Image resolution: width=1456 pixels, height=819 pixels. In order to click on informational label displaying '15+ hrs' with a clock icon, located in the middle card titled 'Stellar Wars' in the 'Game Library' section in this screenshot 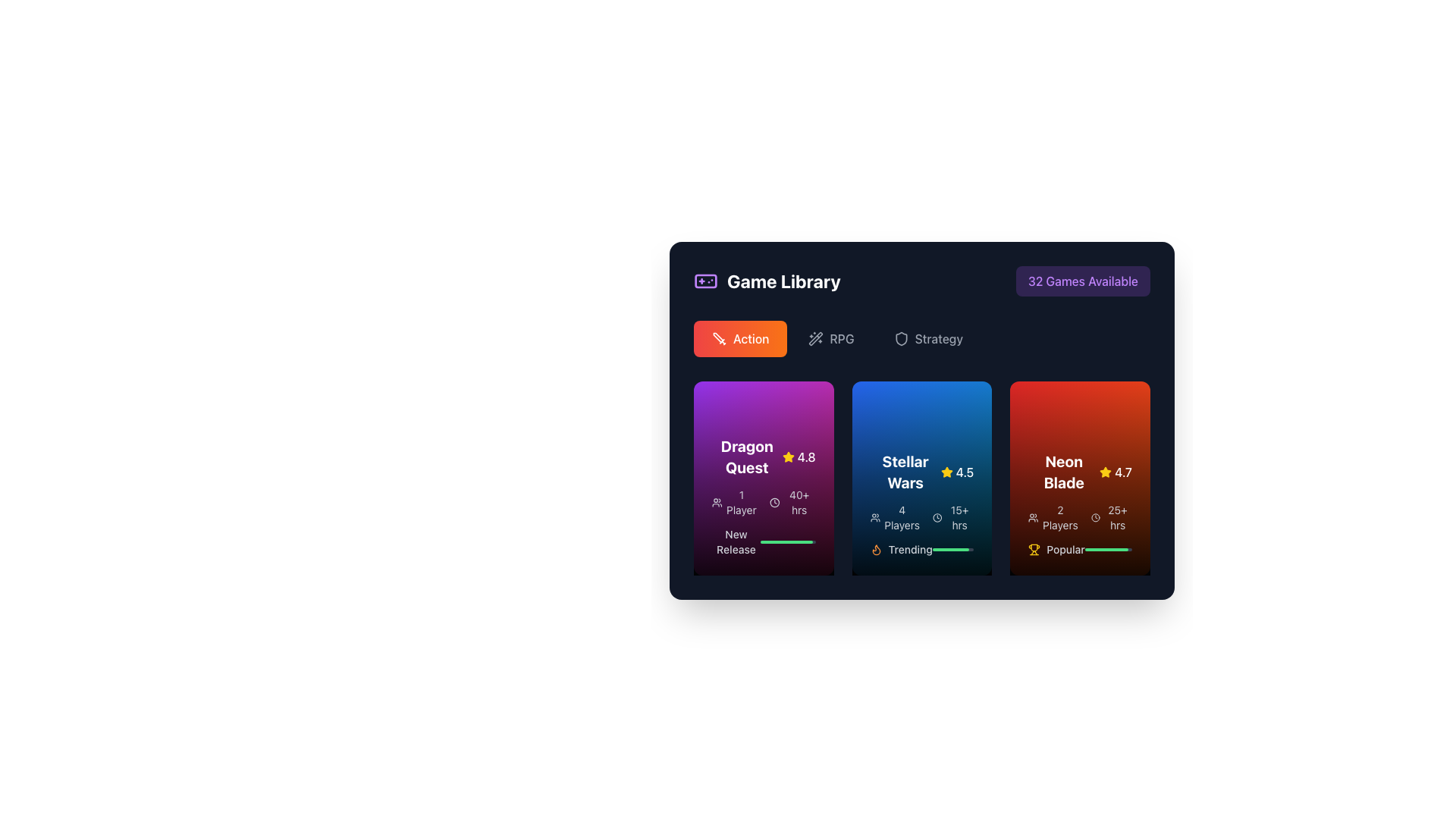, I will do `click(952, 516)`.